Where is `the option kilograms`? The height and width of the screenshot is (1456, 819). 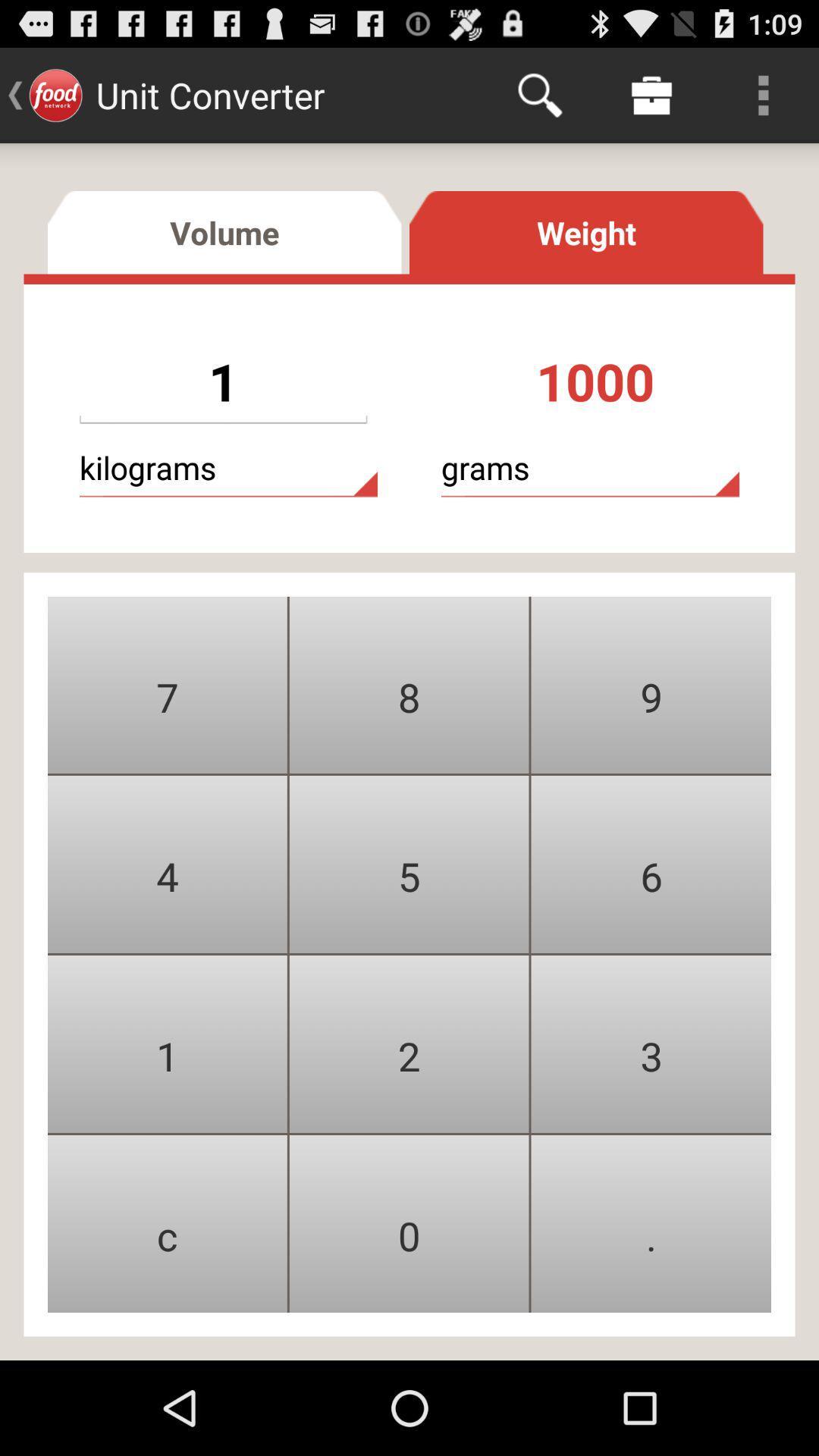 the option kilograms is located at coordinates (228, 467).